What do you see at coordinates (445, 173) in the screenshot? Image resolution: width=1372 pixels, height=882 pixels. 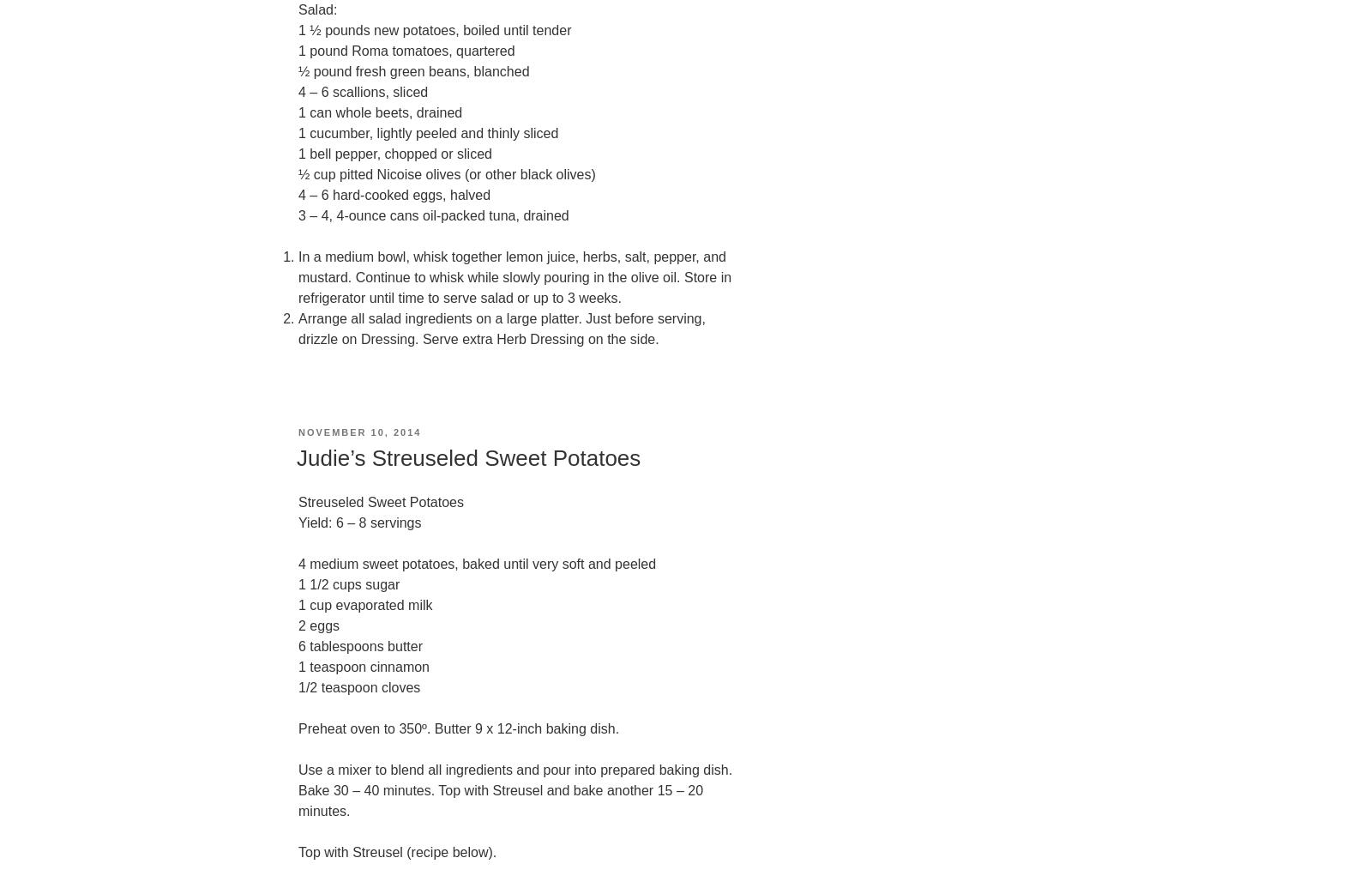 I see `'½ cup pitted Nicoise olives (or other black olives)'` at bounding box center [445, 173].